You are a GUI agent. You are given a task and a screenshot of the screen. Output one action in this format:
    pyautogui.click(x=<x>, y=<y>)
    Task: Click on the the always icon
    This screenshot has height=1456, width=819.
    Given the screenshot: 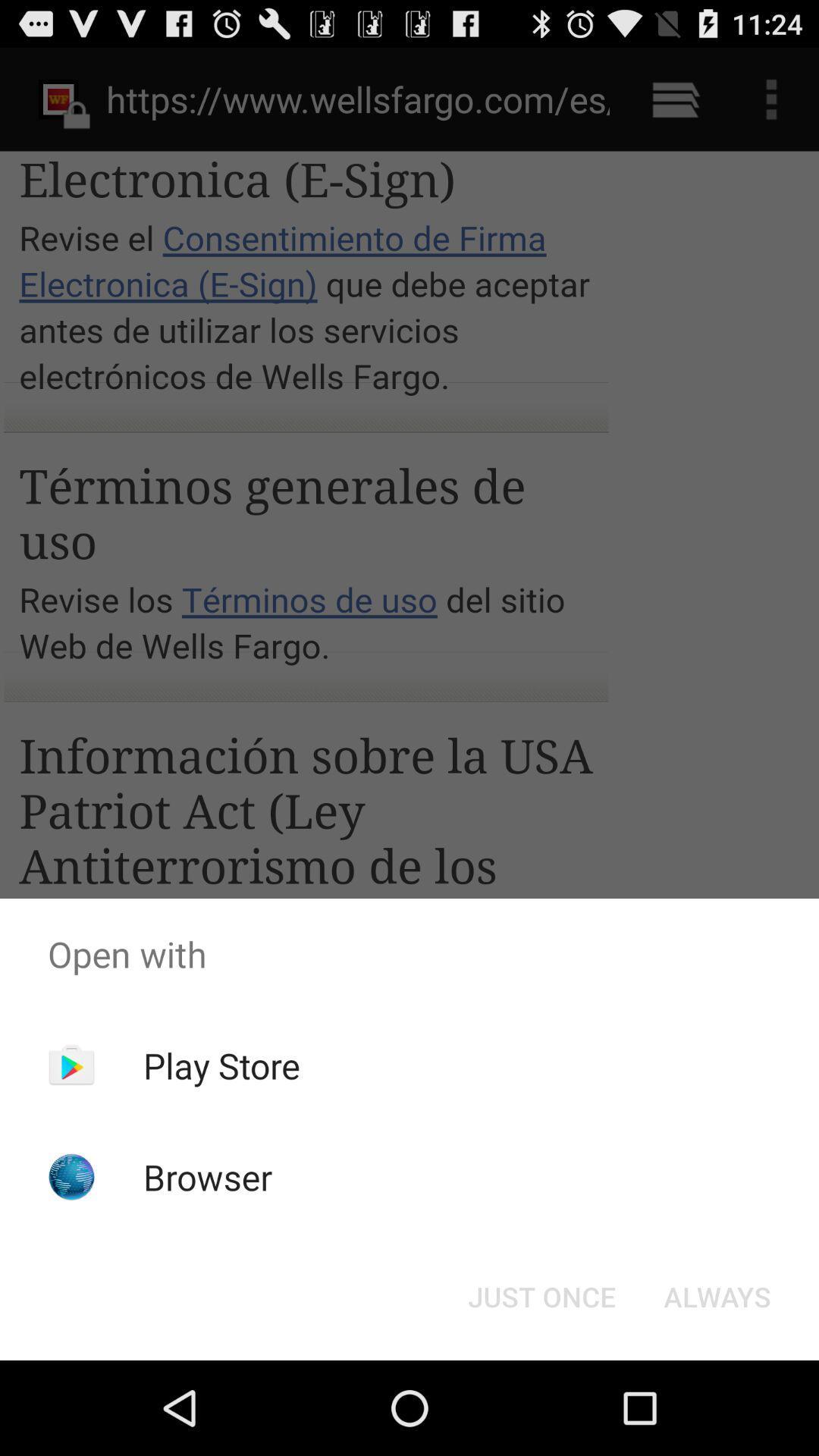 What is the action you would take?
    pyautogui.click(x=717, y=1295)
    